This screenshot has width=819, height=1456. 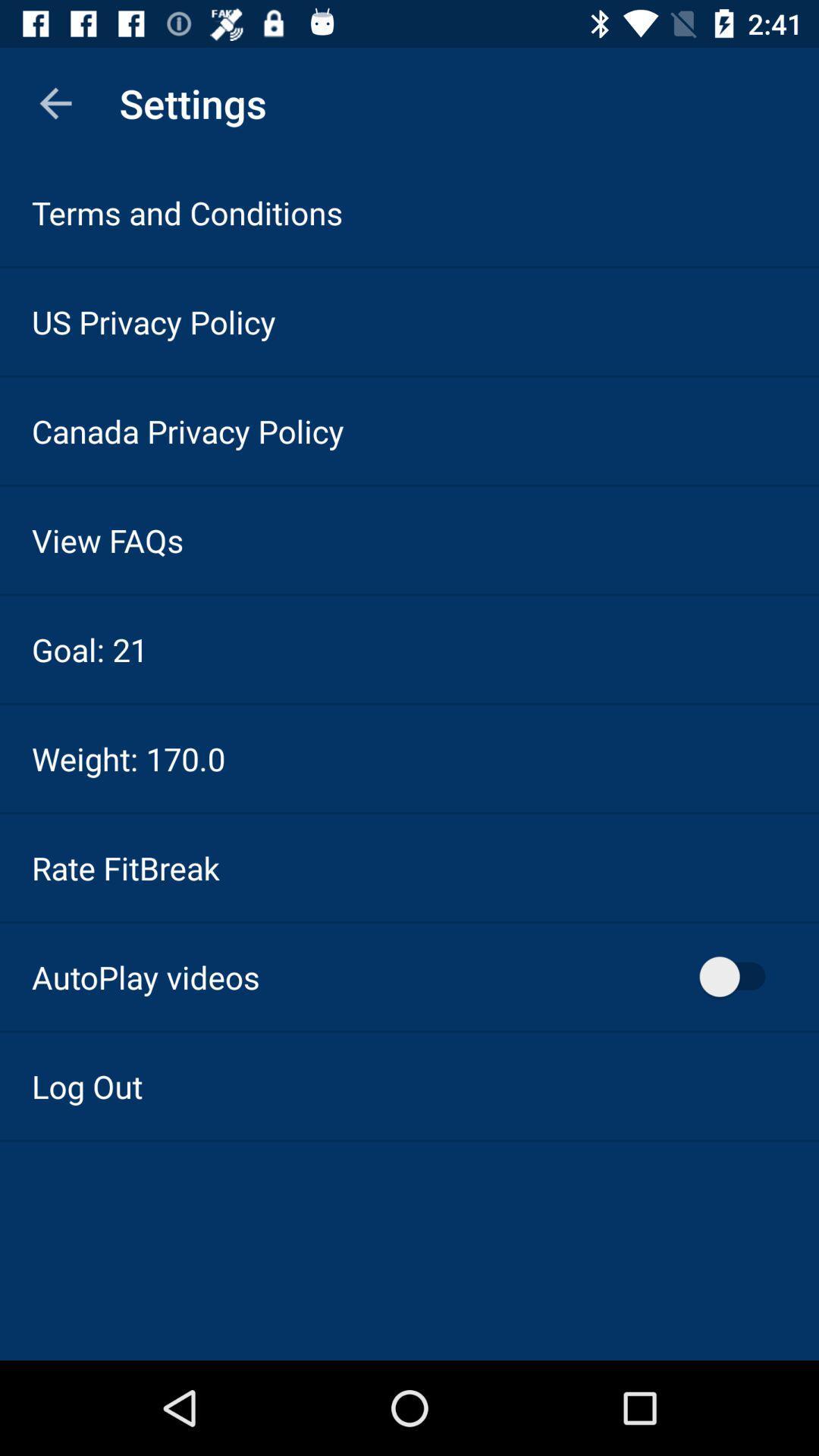 What do you see at coordinates (127, 758) in the screenshot?
I see `weight: 170.0` at bounding box center [127, 758].